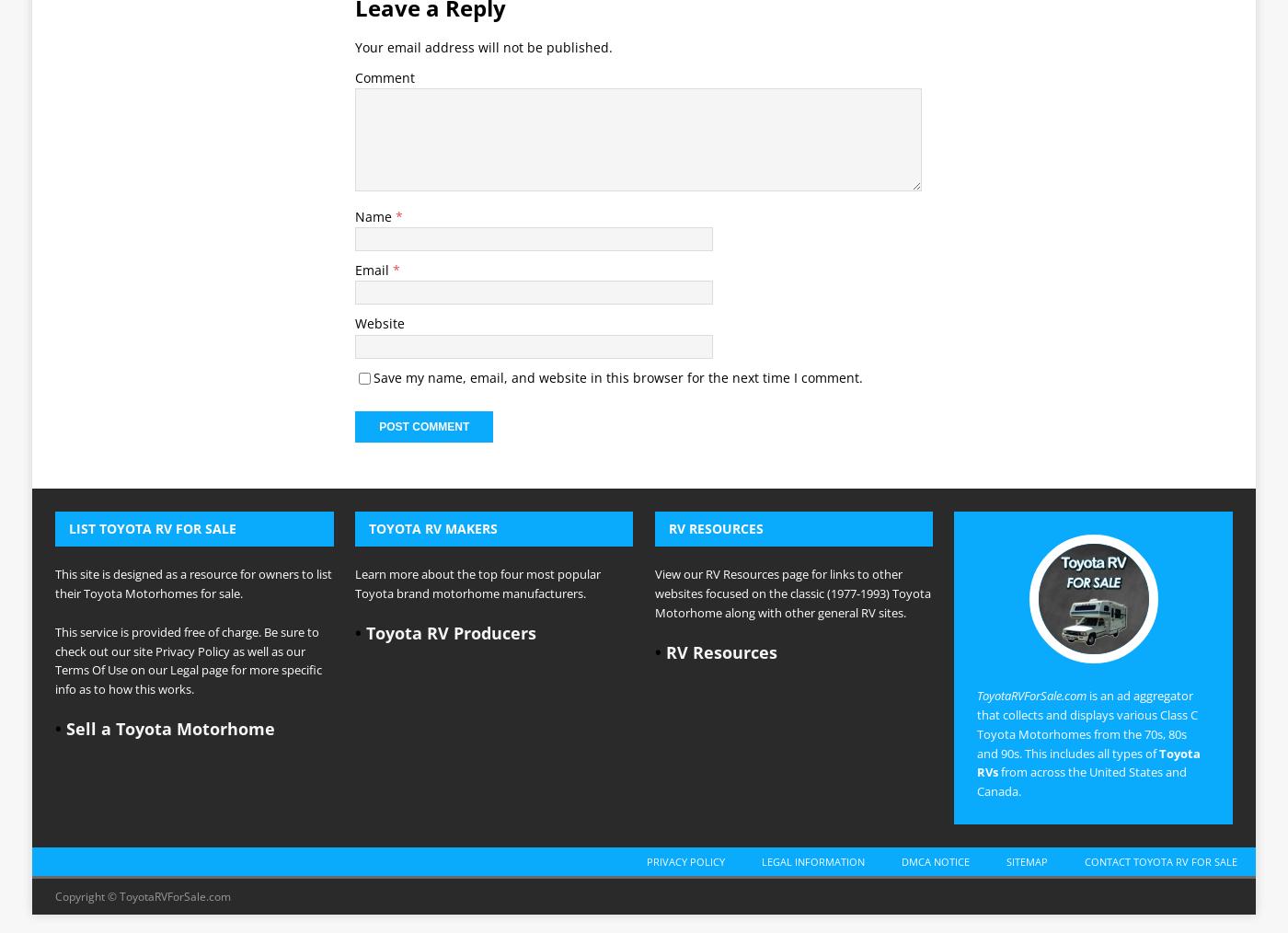 This screenshot has height=933, width=1288. What do you see at coordinates (477, 325) in the screenshot?
I see `'Learn more about the top four most popular Toyota brand motorhome manufacturers.'` at bounding box center [477, 325].